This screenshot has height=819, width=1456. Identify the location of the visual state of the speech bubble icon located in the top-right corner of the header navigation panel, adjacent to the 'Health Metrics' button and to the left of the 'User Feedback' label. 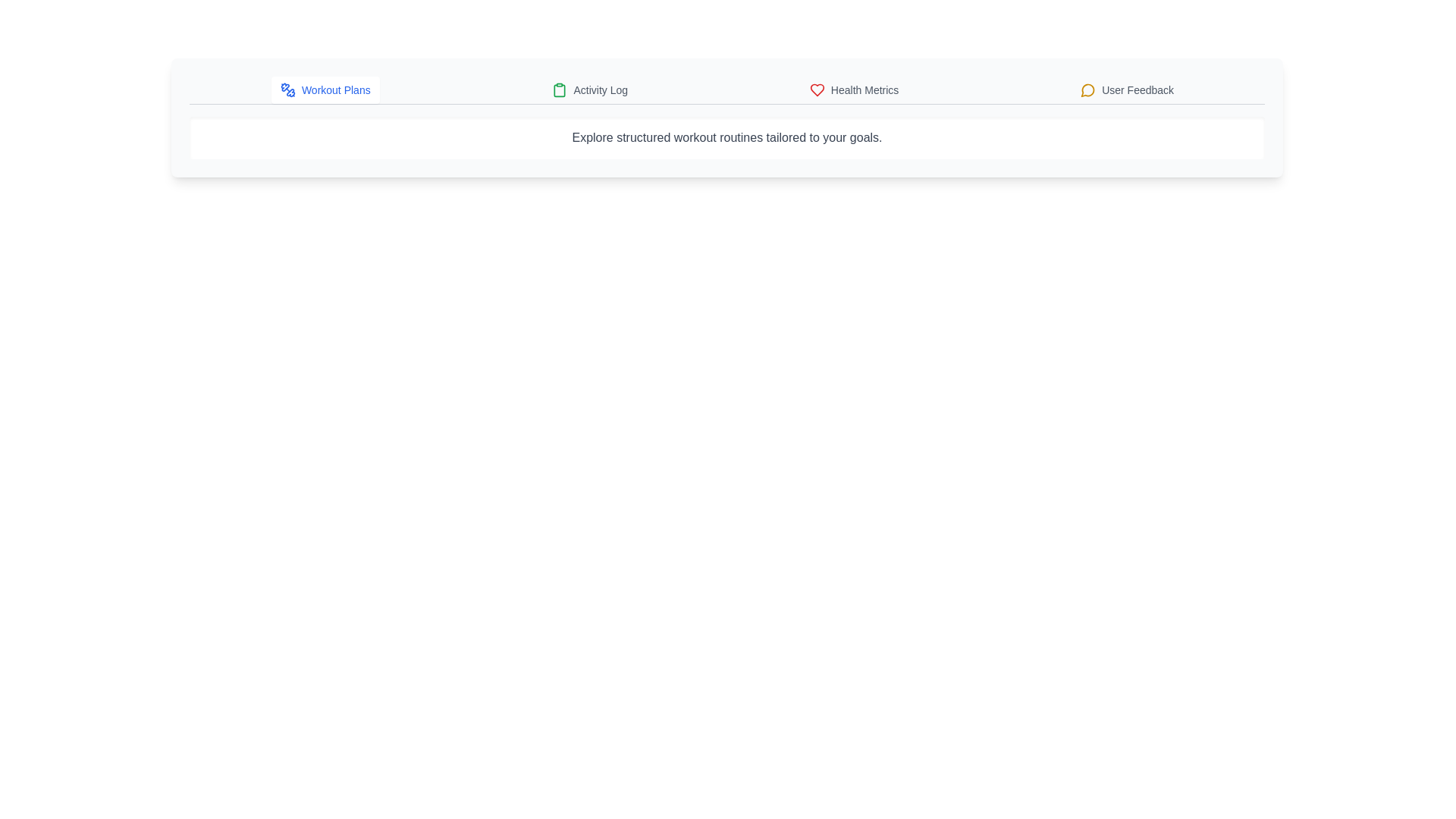
(1087, 90).